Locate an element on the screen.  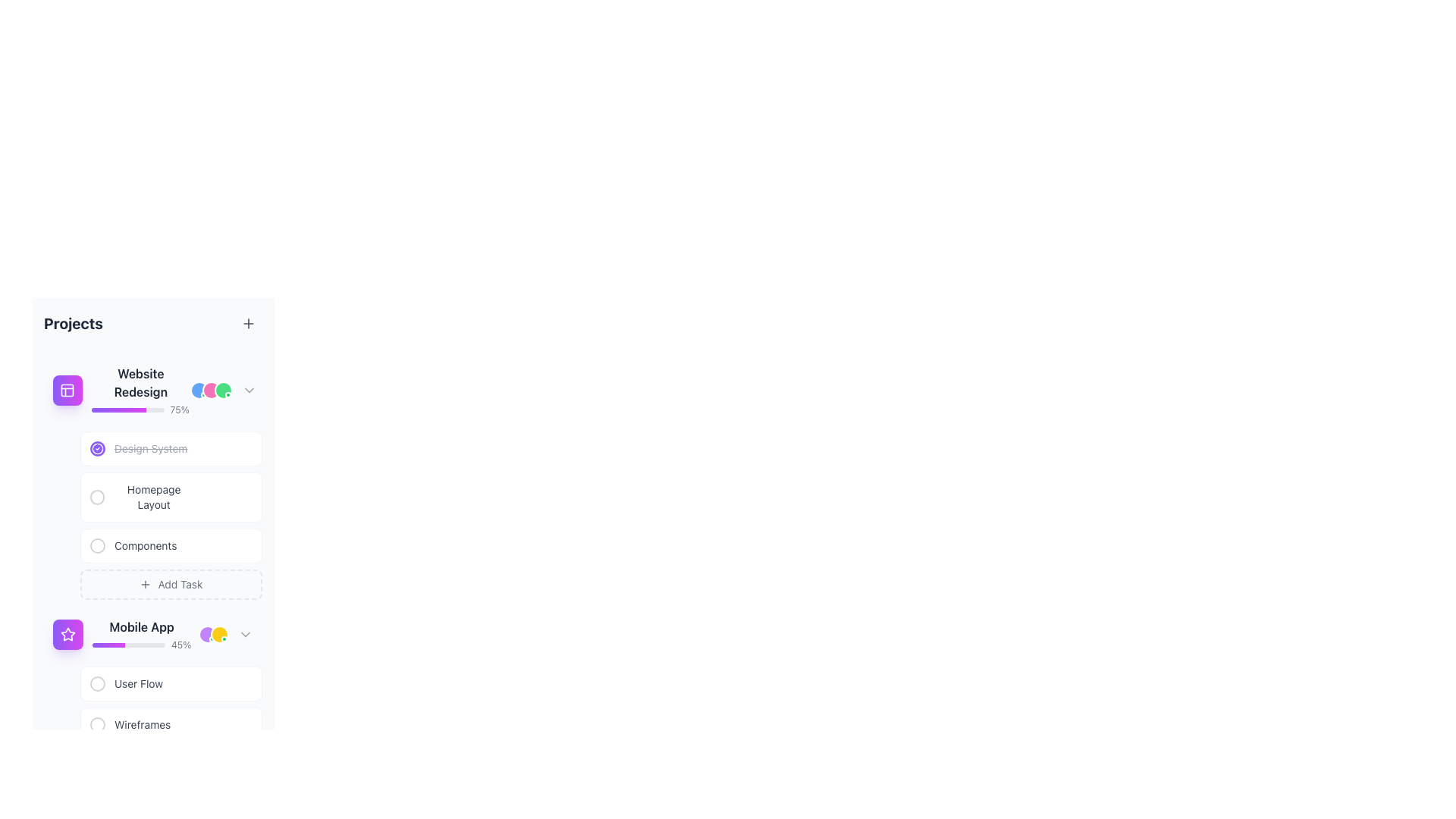
the third circular decorative icon with a pink background, located in a horizontal row of icons, positioned between a blue icon and a green icon adjacent to the 'Website Redesign' section is located at coordinates (211, 390).